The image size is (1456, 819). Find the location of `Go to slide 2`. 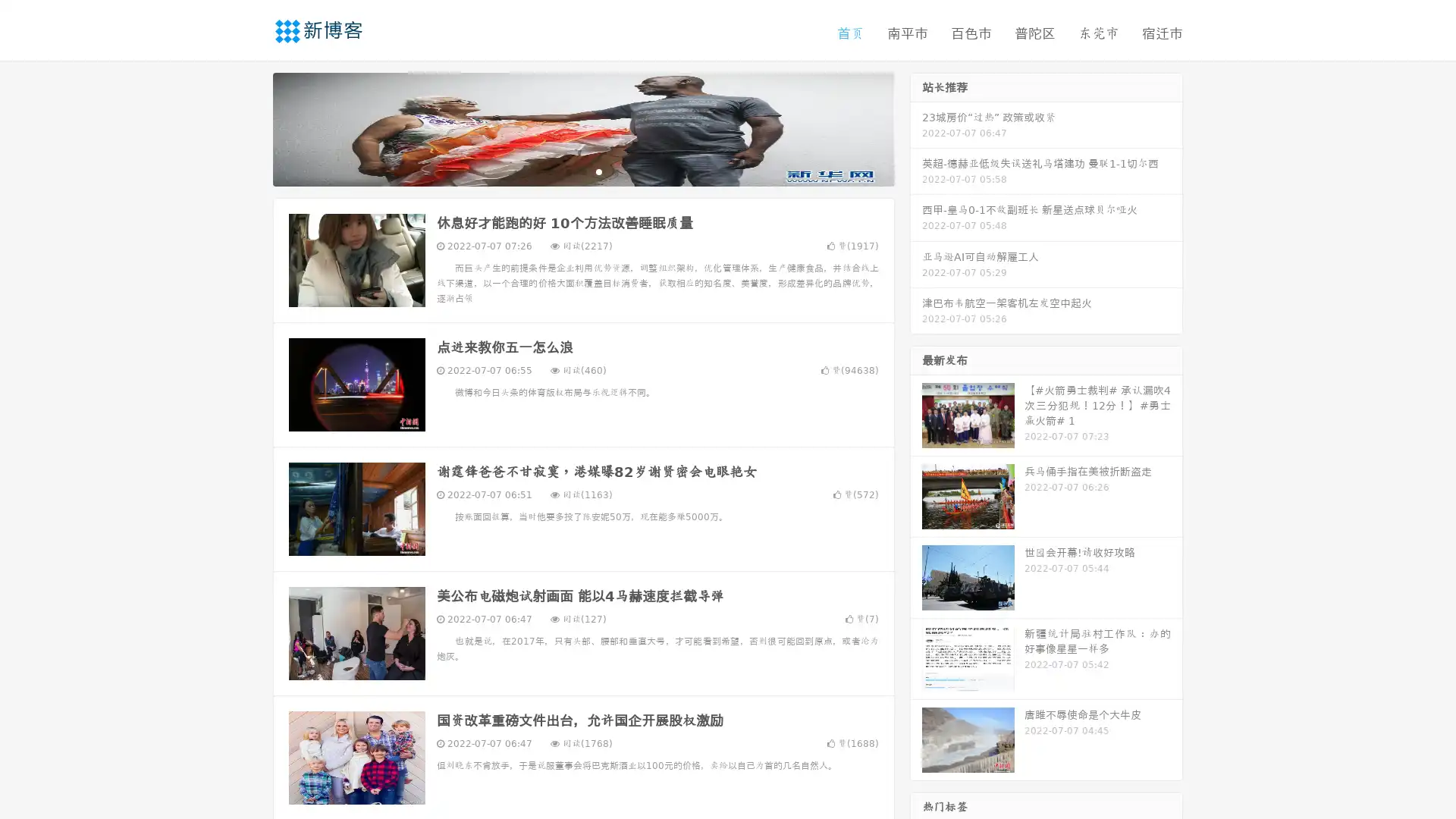

Go to slide 2 is located at coordinates (582, 171).